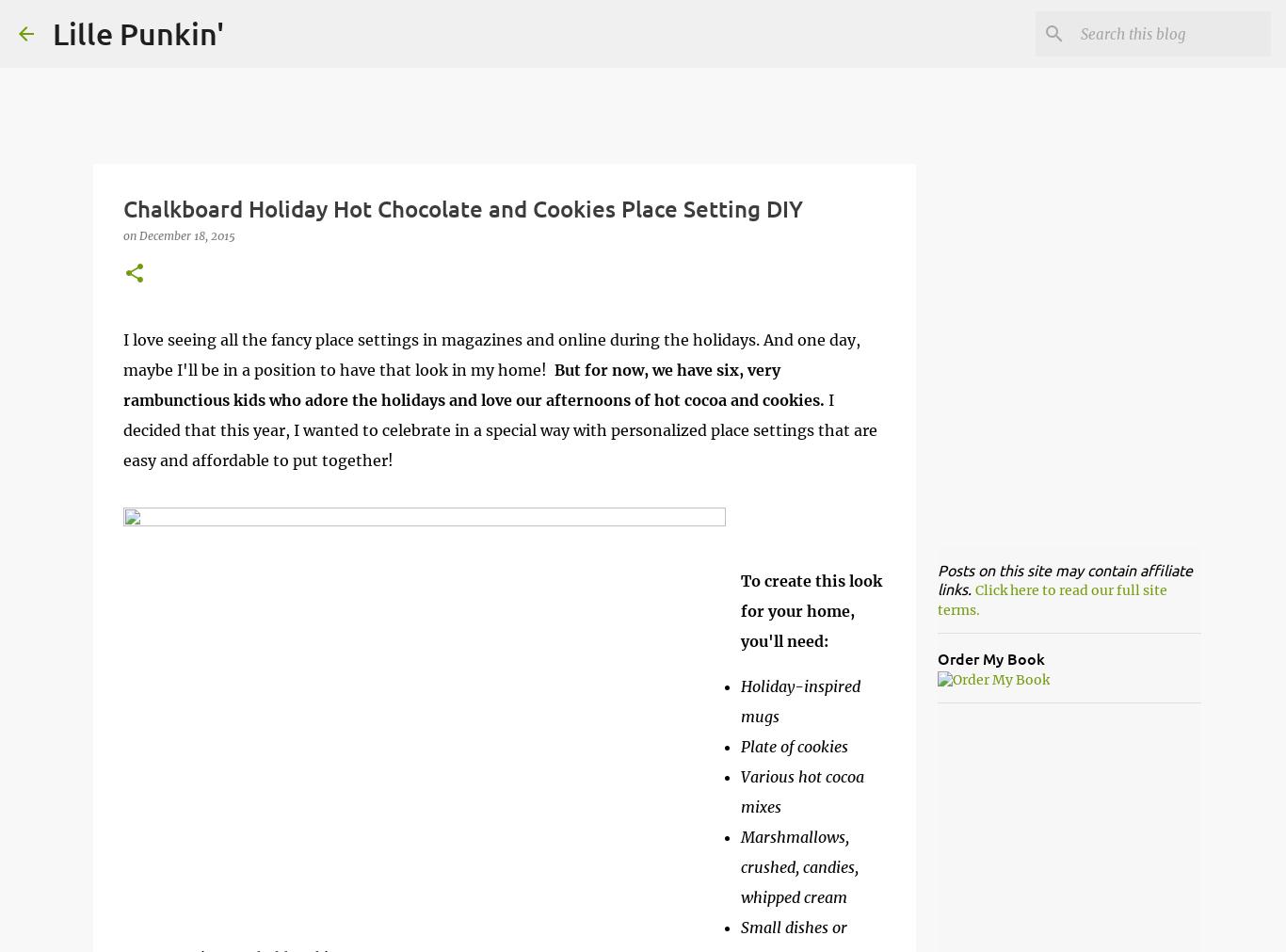 This screenshot has width=1286, height=952. I want to click on 'Holiday-inspired mugs', so click(798, 701).